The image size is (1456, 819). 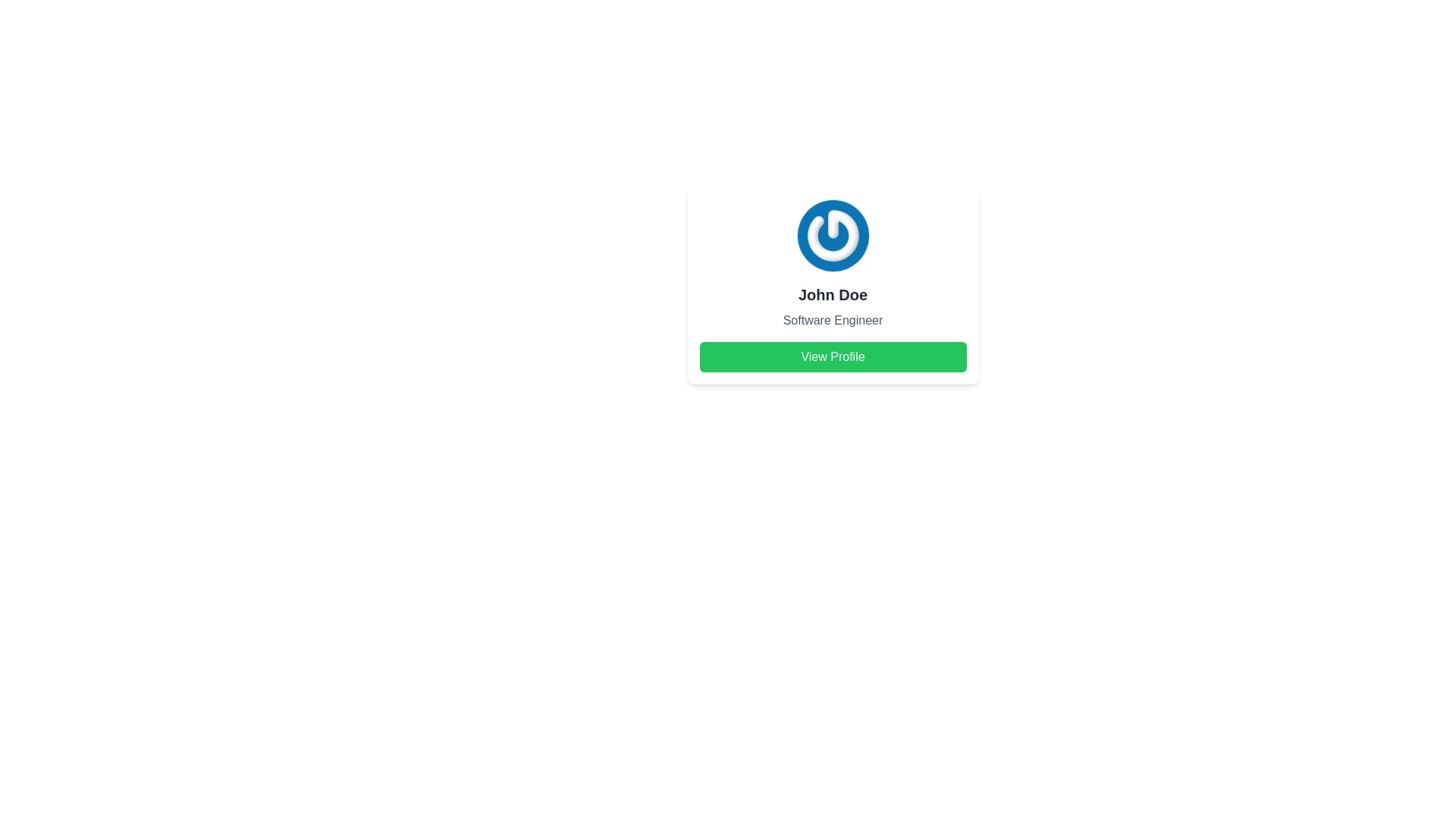 What do you see at coordinates (832, 286) in the screenshot?
I see `the user profile card featuring the name 'John Doe' and the 'View Profile' button at the bottom` at bounding box center [832, 286].